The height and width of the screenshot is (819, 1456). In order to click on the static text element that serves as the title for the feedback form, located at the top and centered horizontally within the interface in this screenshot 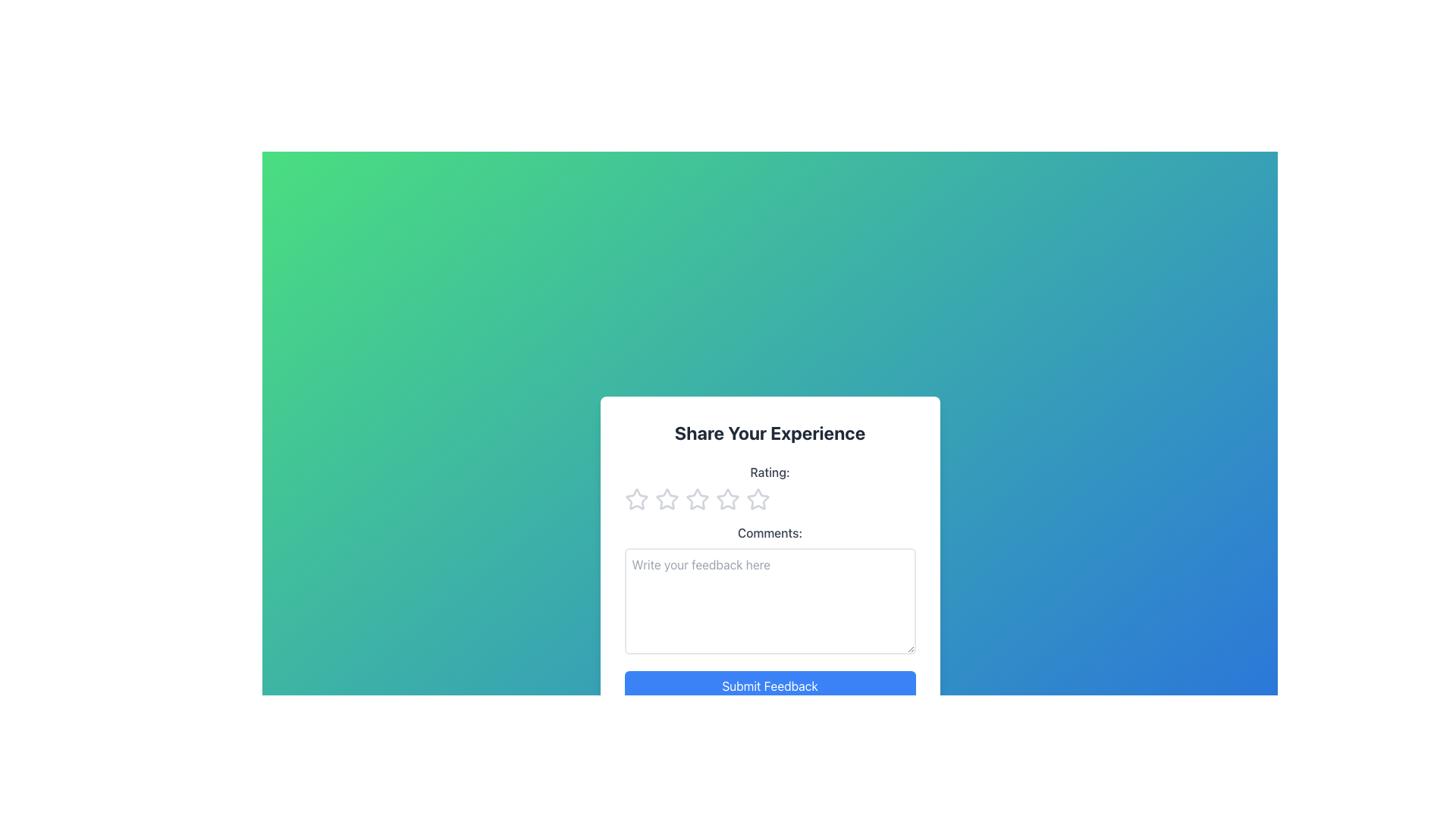, I will do `click(770, 432)`.